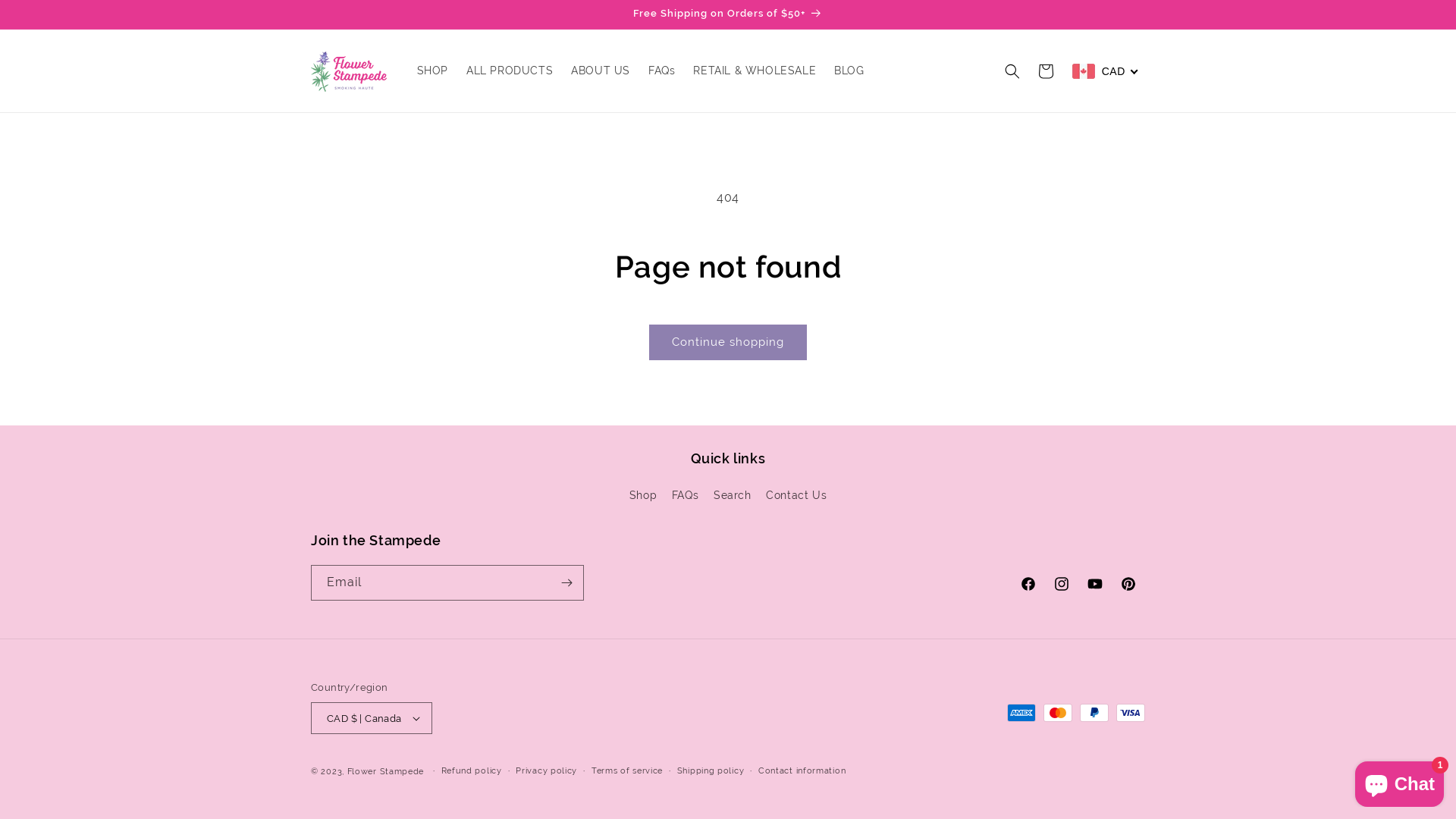 The image size is (1456, 819). What do you see at coordinates (1350, 780) in the screenshot?
I see `'Shopify online store chat'` at bounding box center [1350, 780].